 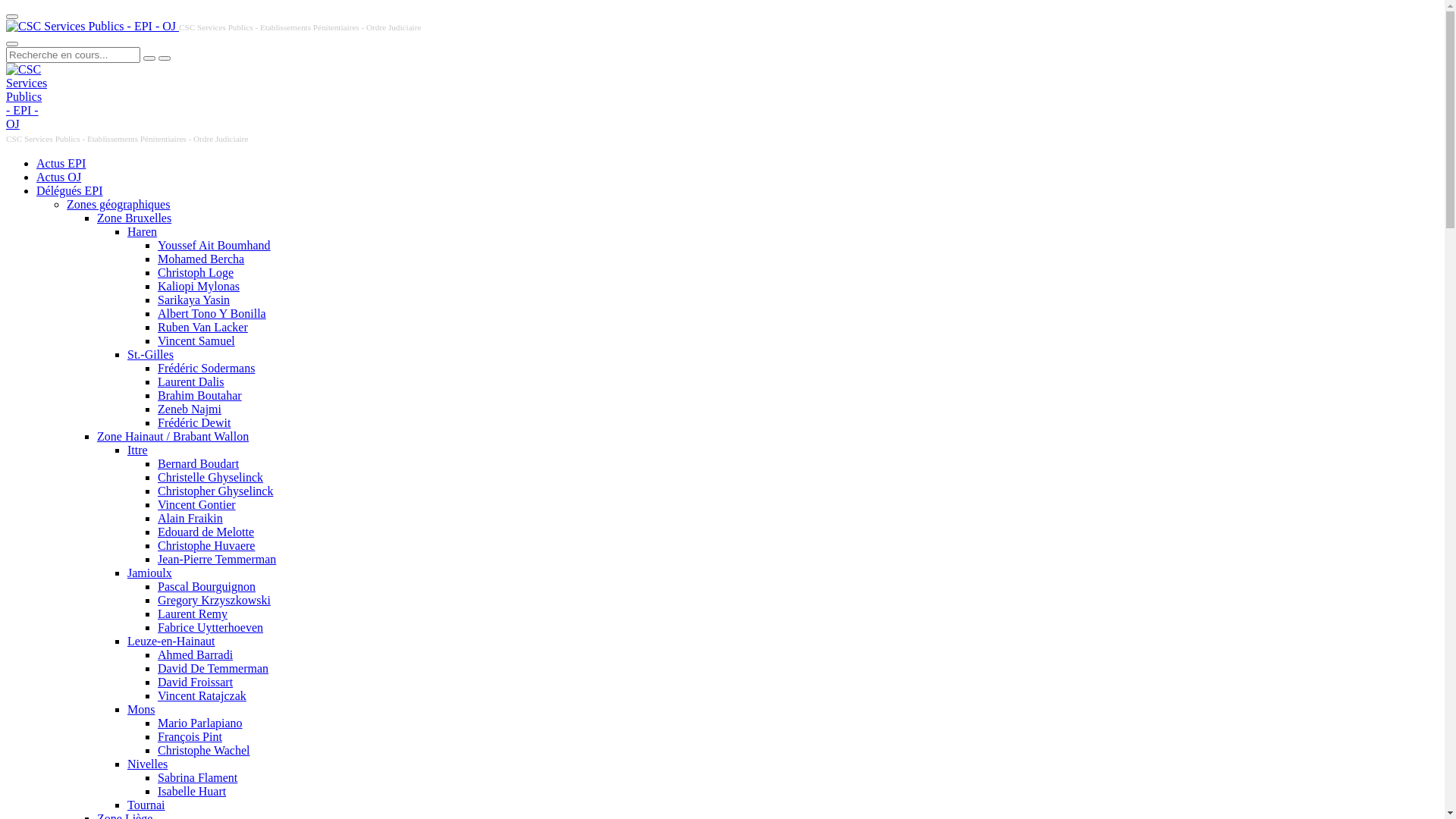 What do you see at coordinates (214, 491) in the screenshot?
I see `'Christopher Ghyselinck'` at bounding box center [214, 491].